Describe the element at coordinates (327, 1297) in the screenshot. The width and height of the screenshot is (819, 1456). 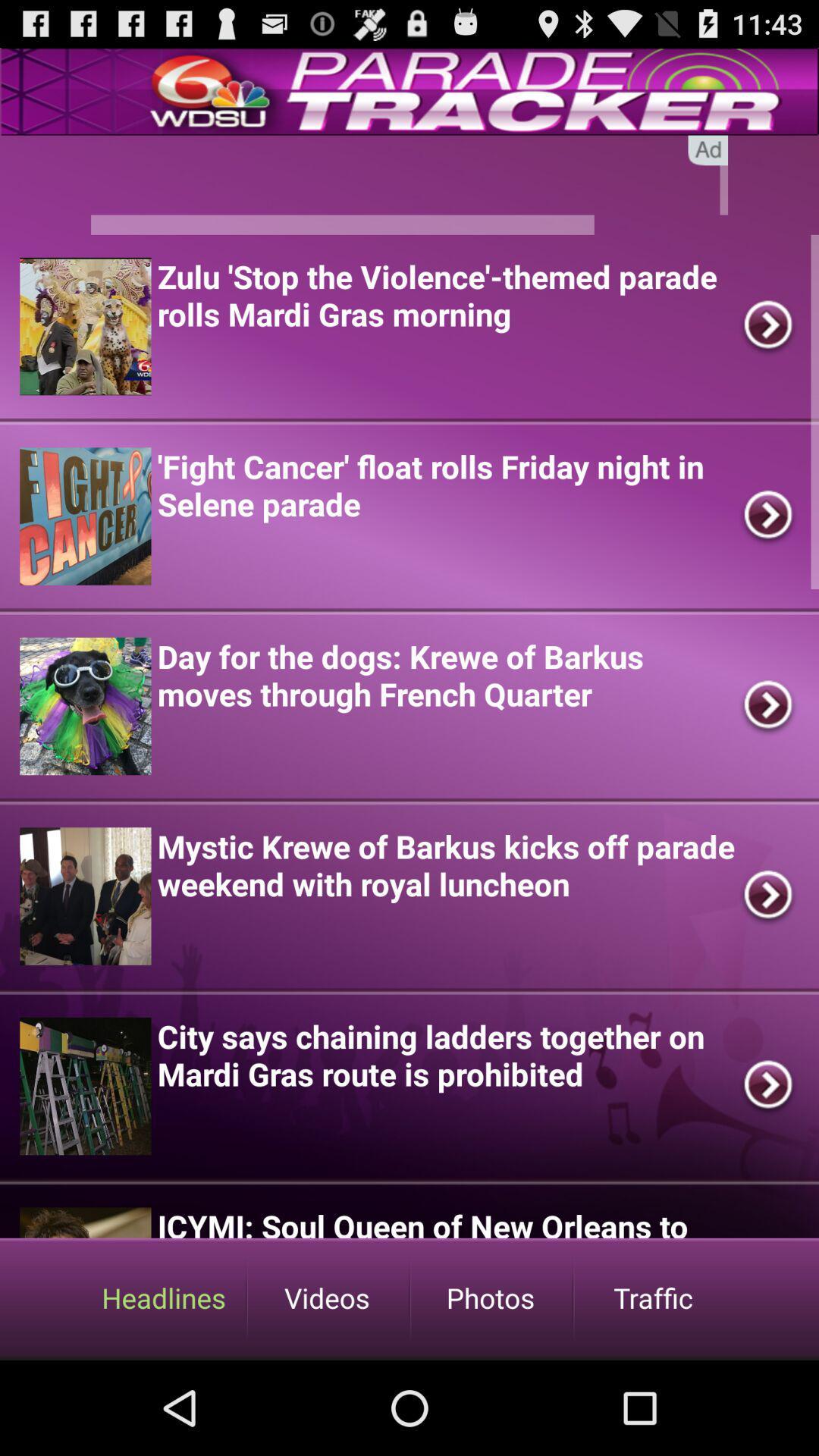
I see `the videos which is above the navigation bar` at that location.